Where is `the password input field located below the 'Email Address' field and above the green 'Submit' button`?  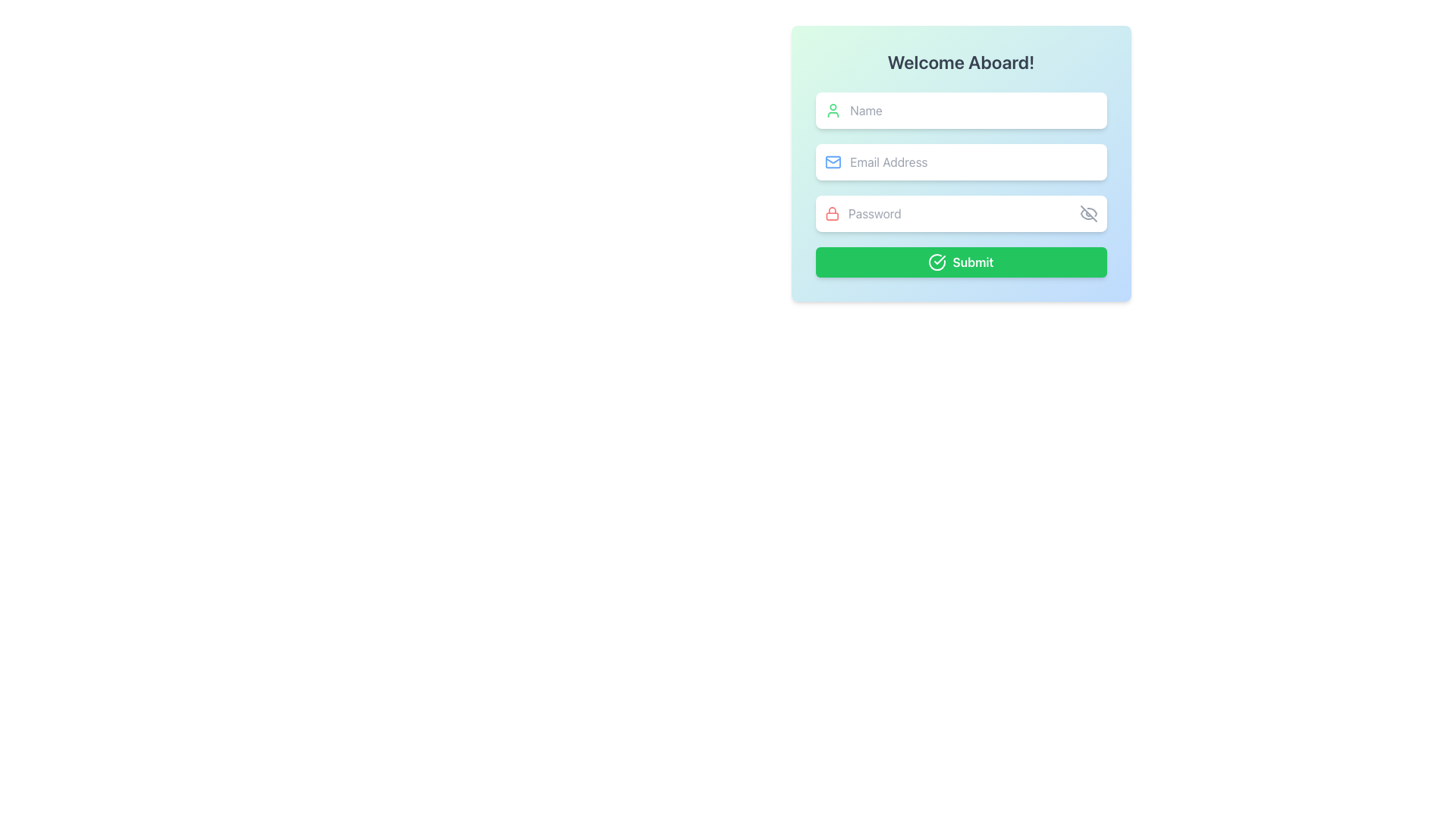
the password input field located below the 'Email Address' field and above the green 'Submit' button is located at coordinates (960, 213).